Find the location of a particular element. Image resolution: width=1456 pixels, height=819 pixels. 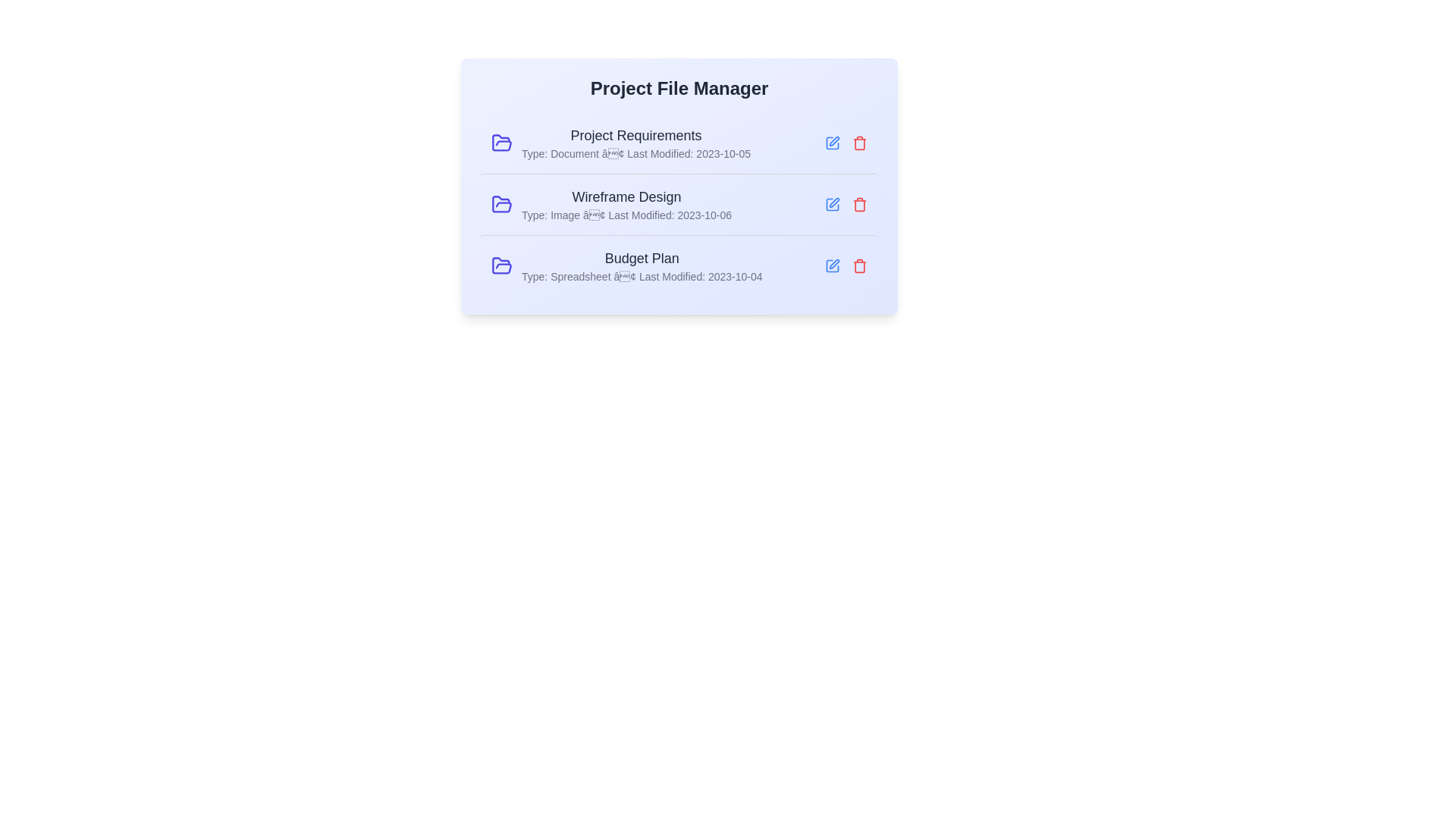

the folder icon to open the file Wireframe Design is located at coordinates (502, 205).